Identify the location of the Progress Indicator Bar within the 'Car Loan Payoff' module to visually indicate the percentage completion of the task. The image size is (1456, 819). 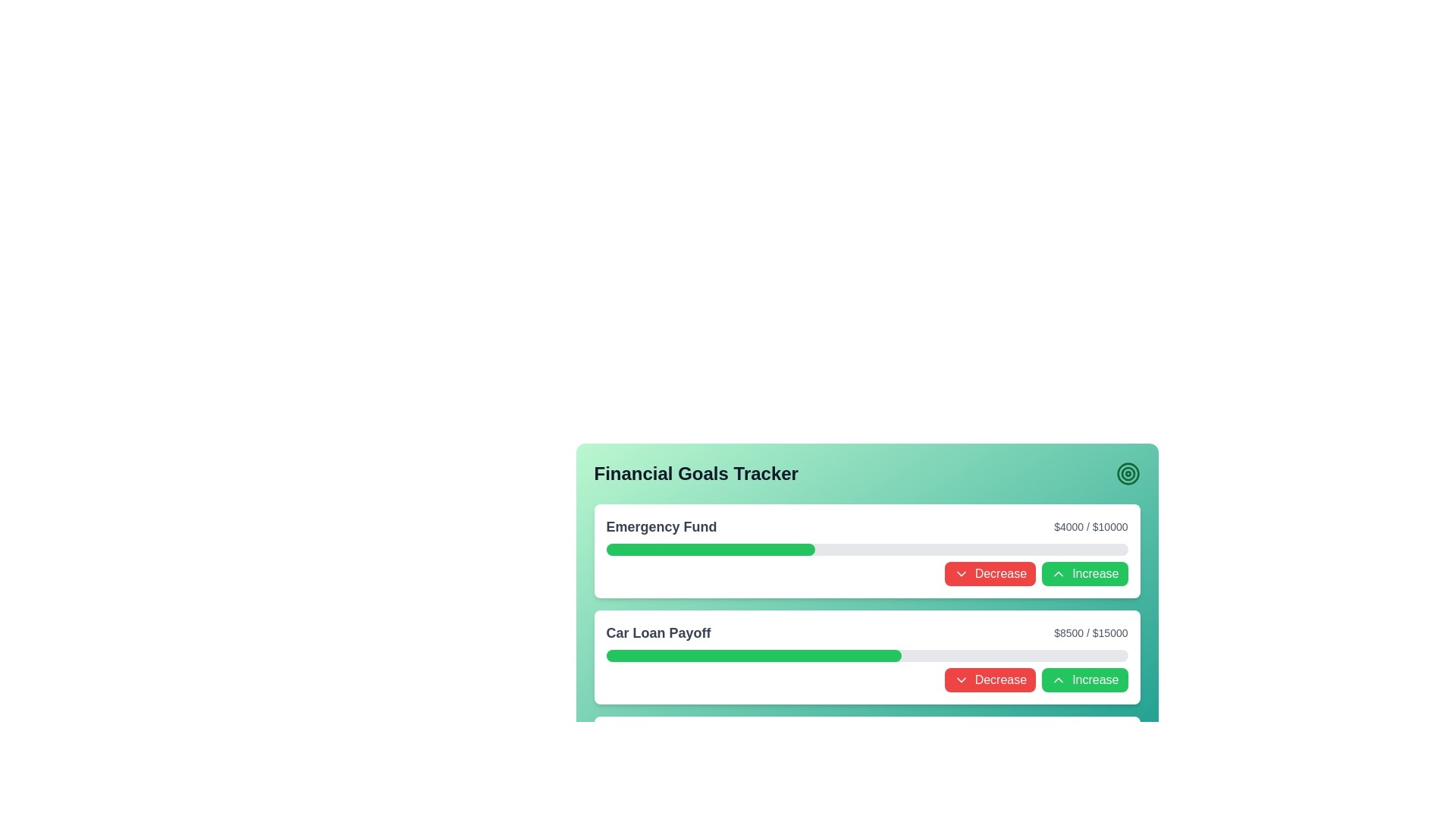
(754, 654).